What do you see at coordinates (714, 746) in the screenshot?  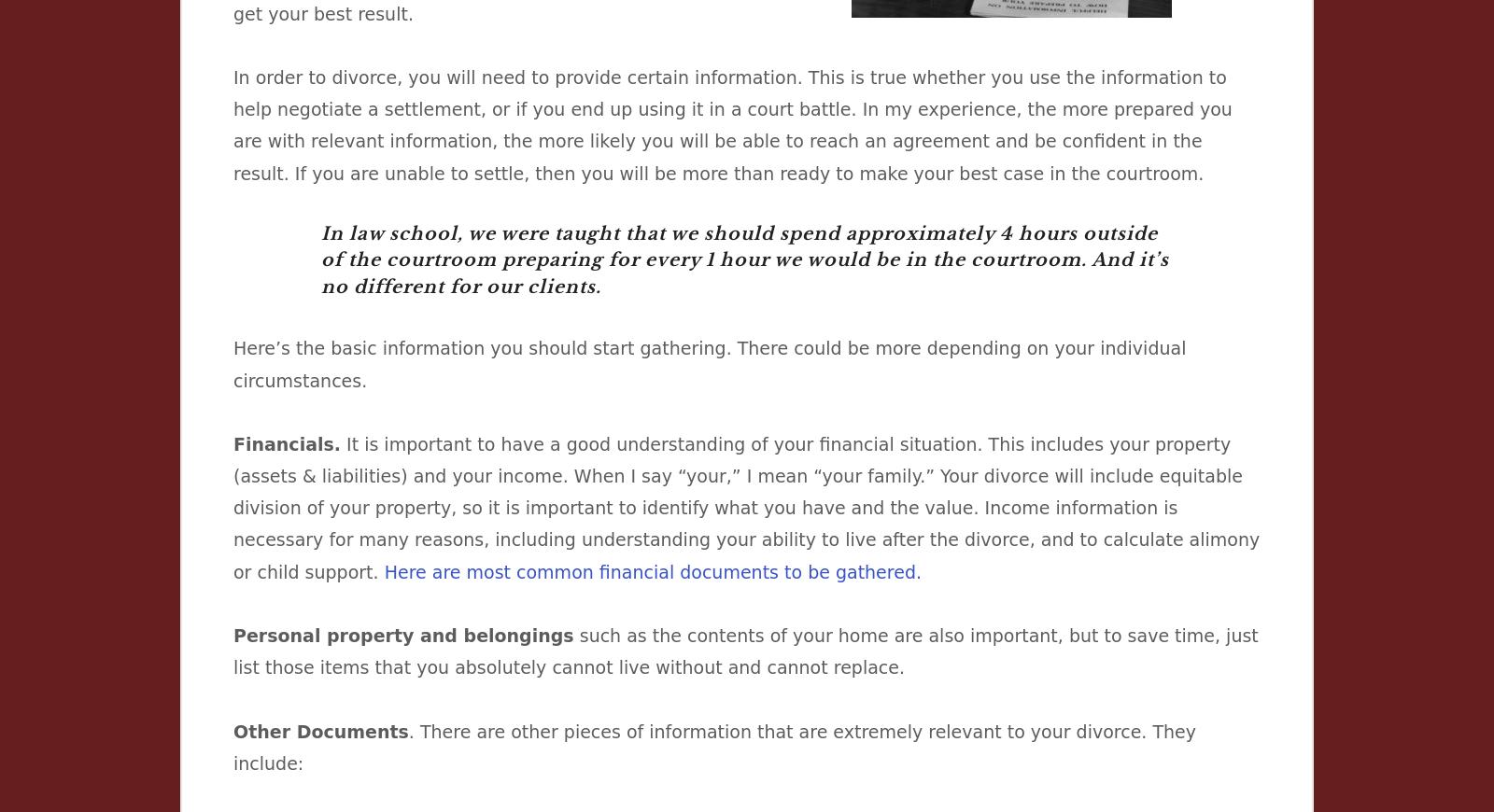 I see `'. There are other pieces of information that are extremely relevant to your divorce. They include:'` at bounding box center [714, 746].